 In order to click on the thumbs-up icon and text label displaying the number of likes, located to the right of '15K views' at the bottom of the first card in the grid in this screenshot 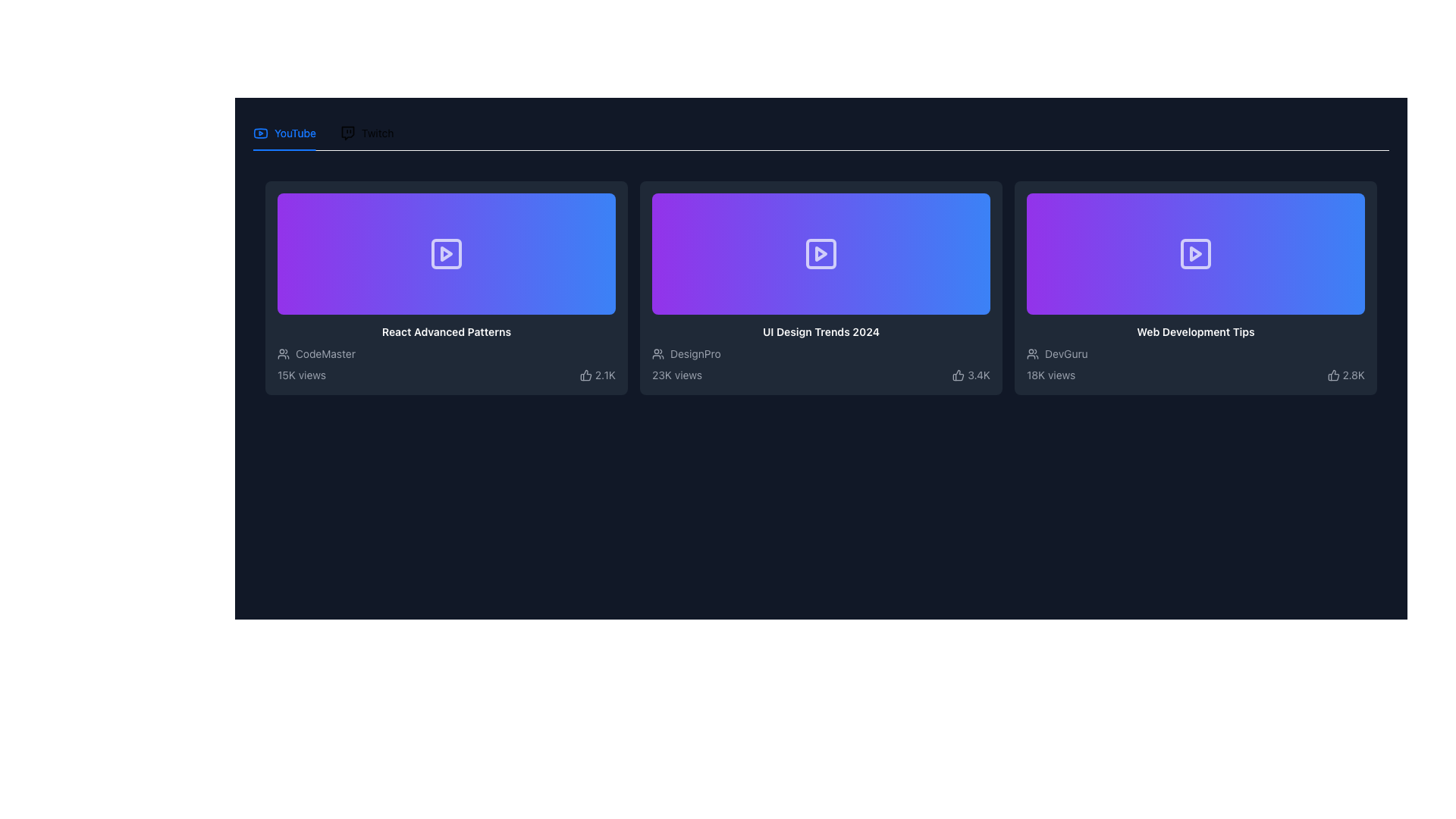, I will do `click(597, 375)`.